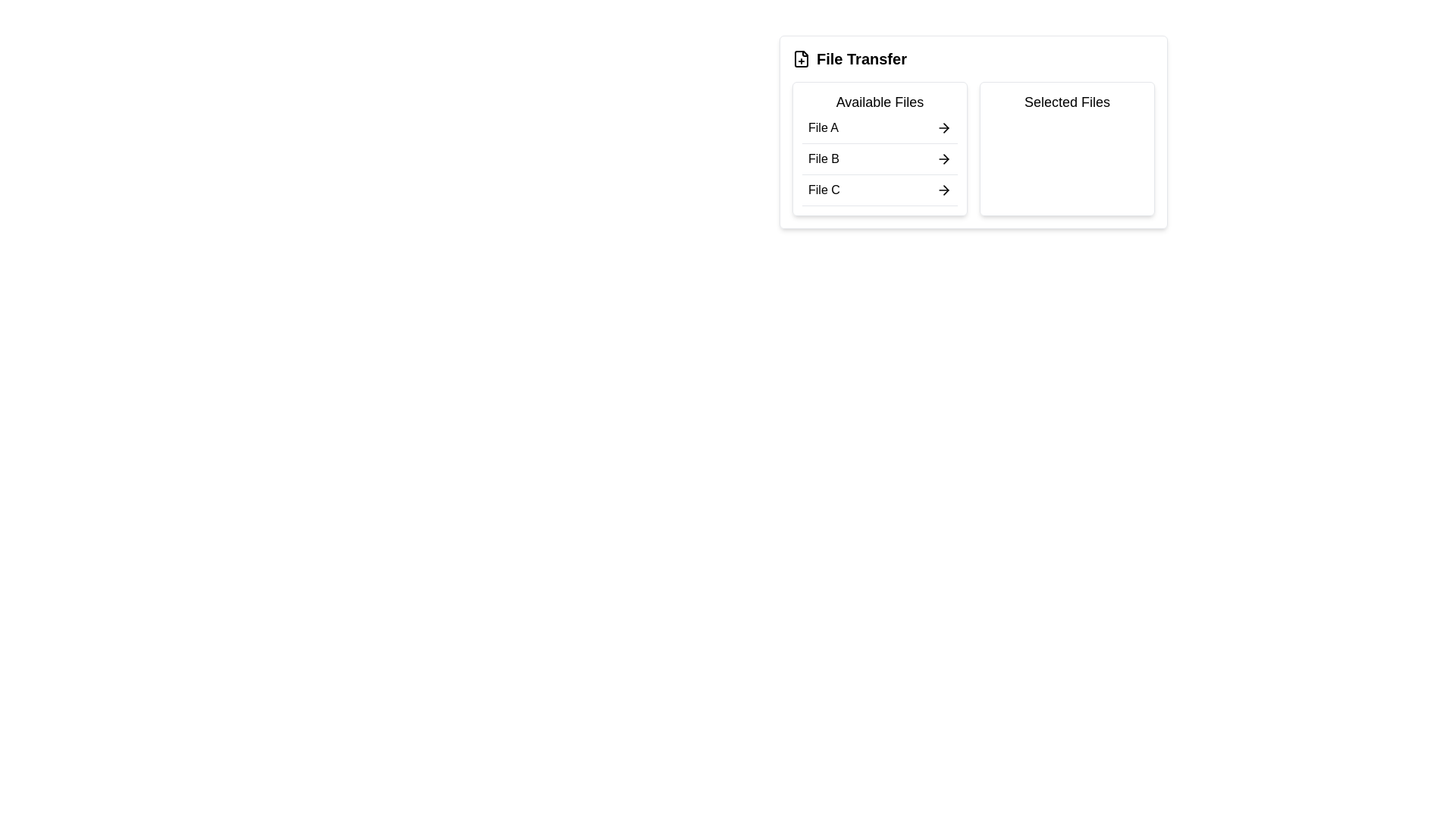  Describe the element at coordinates (943, 158) in the screenshot. I see `the file transfer icon located to the right of 'File B' in the 'Available Files' section of the 'File Transfer' panel to initiate the file transfer` at that location.